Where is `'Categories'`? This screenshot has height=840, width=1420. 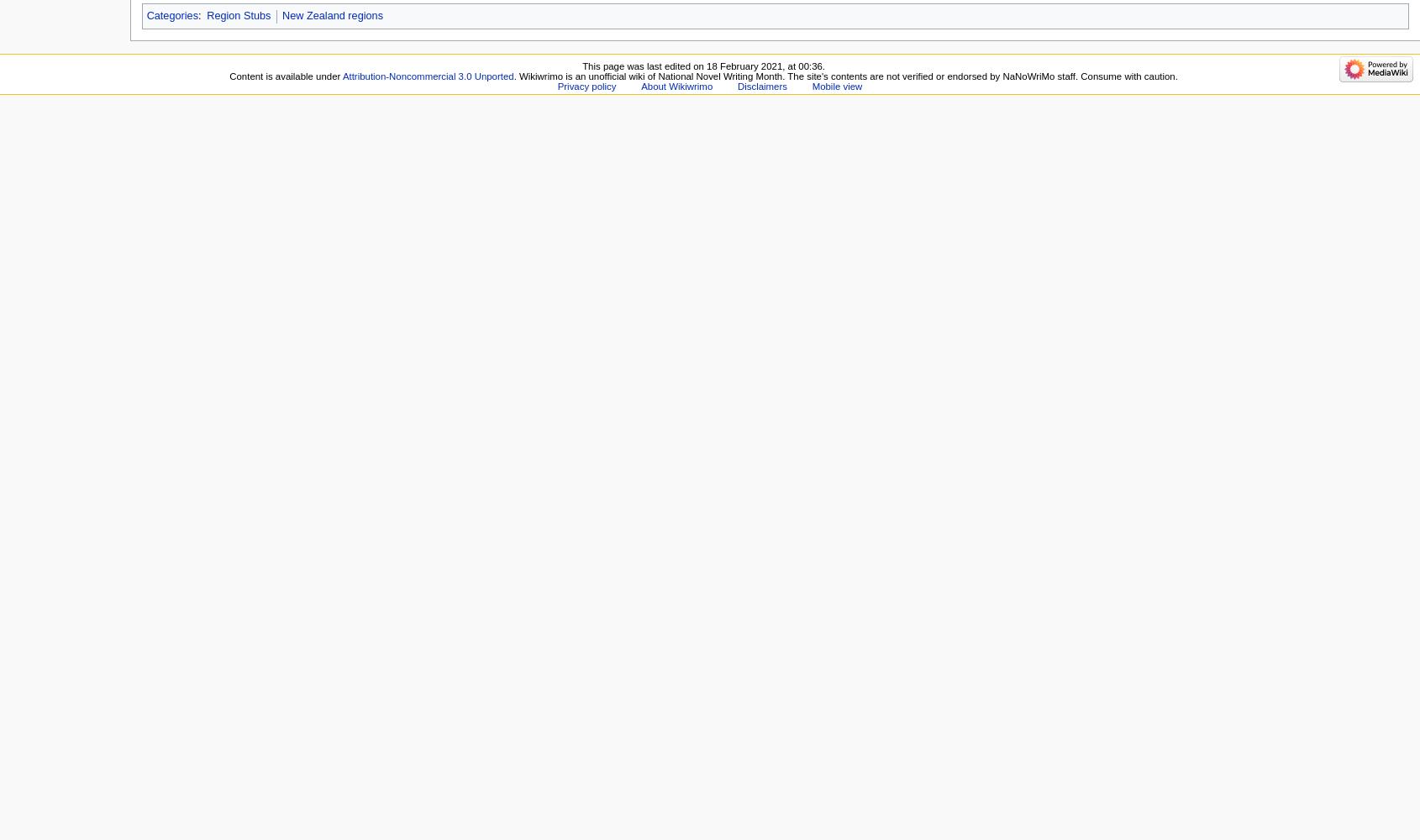
'Categories' is located at coordinates (171, 15).